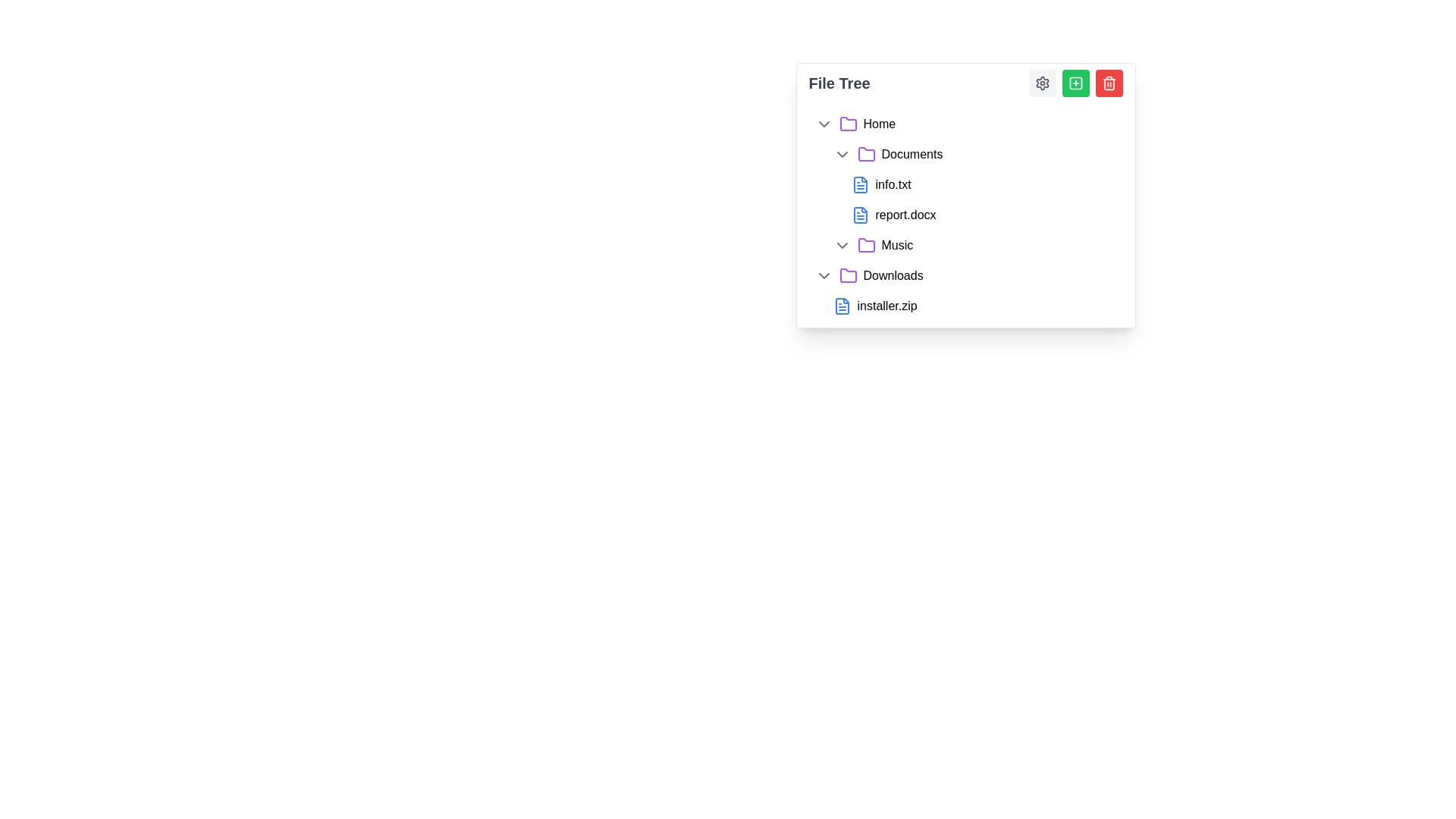 The image size is (1456, 819). What do you see at coordinates (984, 215) in the screenshot?
I see `to select the file named 'report.docx' in the file tree located under the 'Documents' folder, following 'info.txt'` at bounding box center [984, 215].